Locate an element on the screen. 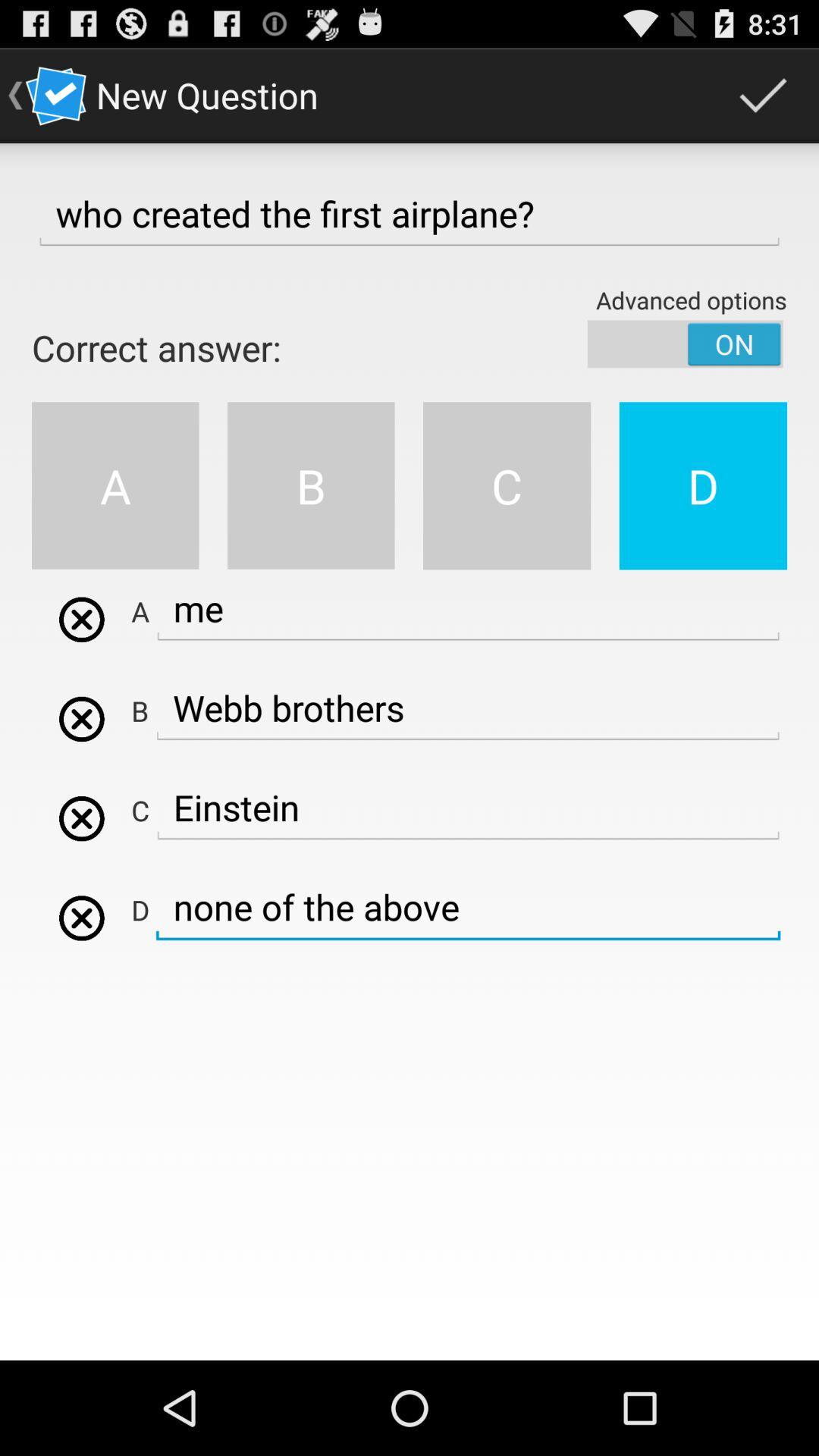 This screenshot has height=1456, width=819. advanced options is located at coordinates (685, 343).